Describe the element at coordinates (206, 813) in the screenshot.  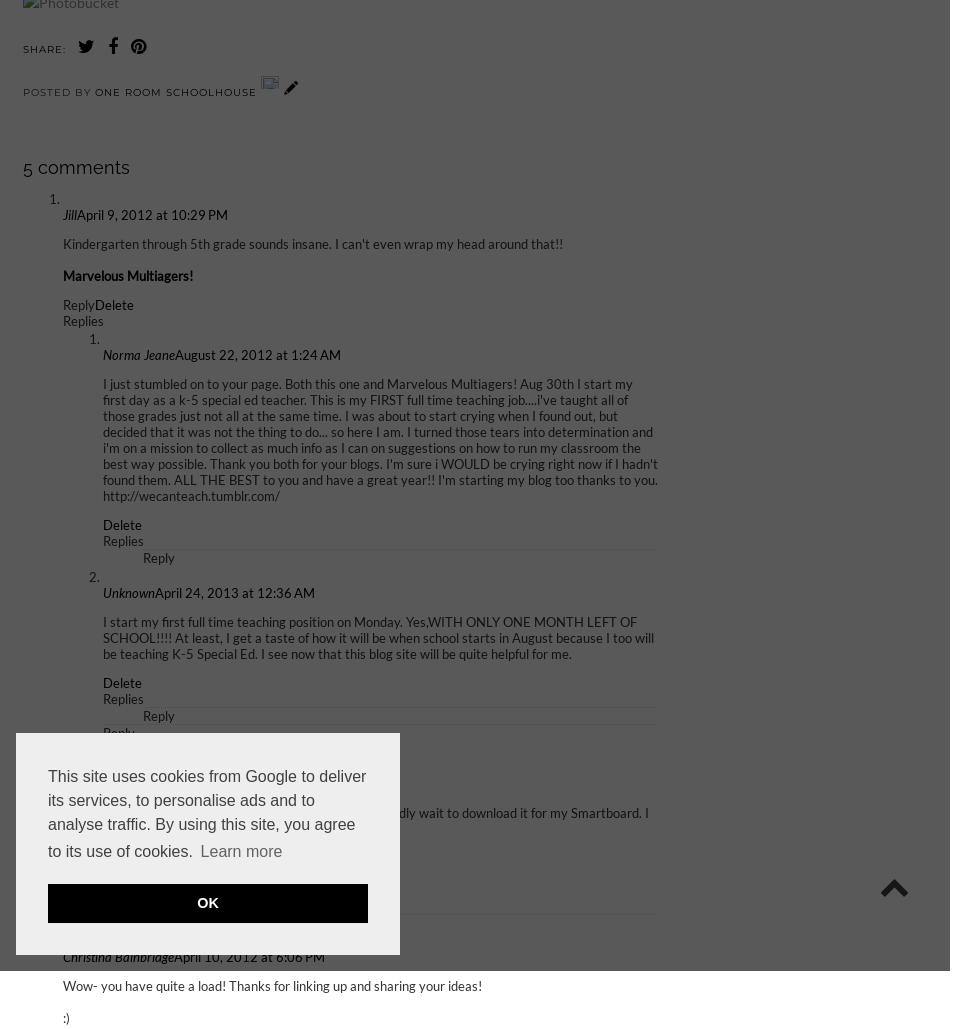
I see `'This site uses cookies from Google to deliver its services, to personalise ads and to analyse traffic. By using this site, you agree to its use of cookies.'` at that location.